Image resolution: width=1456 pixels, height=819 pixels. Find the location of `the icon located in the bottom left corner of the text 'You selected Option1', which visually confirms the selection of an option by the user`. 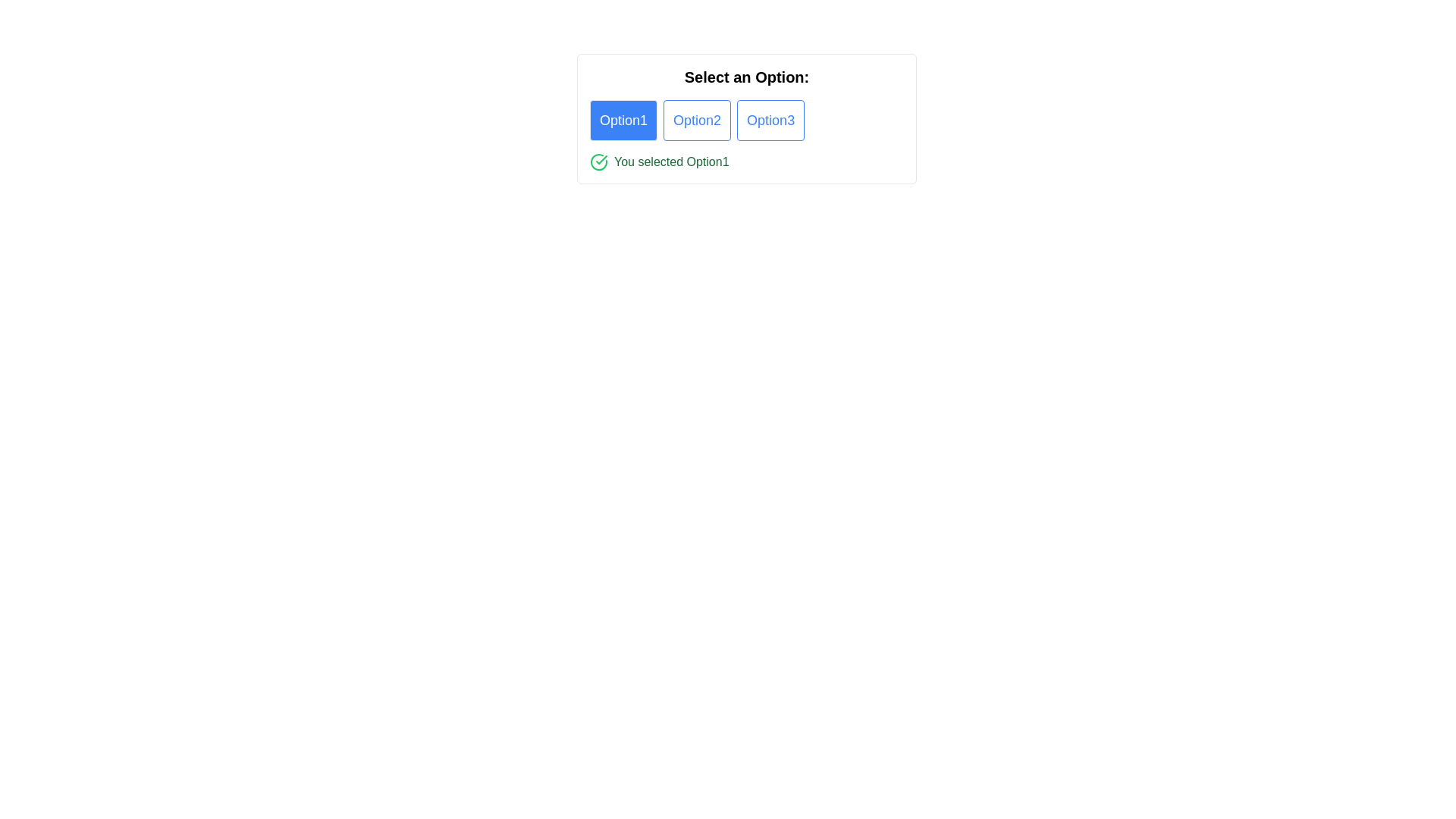

the icon located in the bottom left corner of the text 'You selected Option1', which visually confirms the selection of an option by the user is located at coordinates (601, 160).